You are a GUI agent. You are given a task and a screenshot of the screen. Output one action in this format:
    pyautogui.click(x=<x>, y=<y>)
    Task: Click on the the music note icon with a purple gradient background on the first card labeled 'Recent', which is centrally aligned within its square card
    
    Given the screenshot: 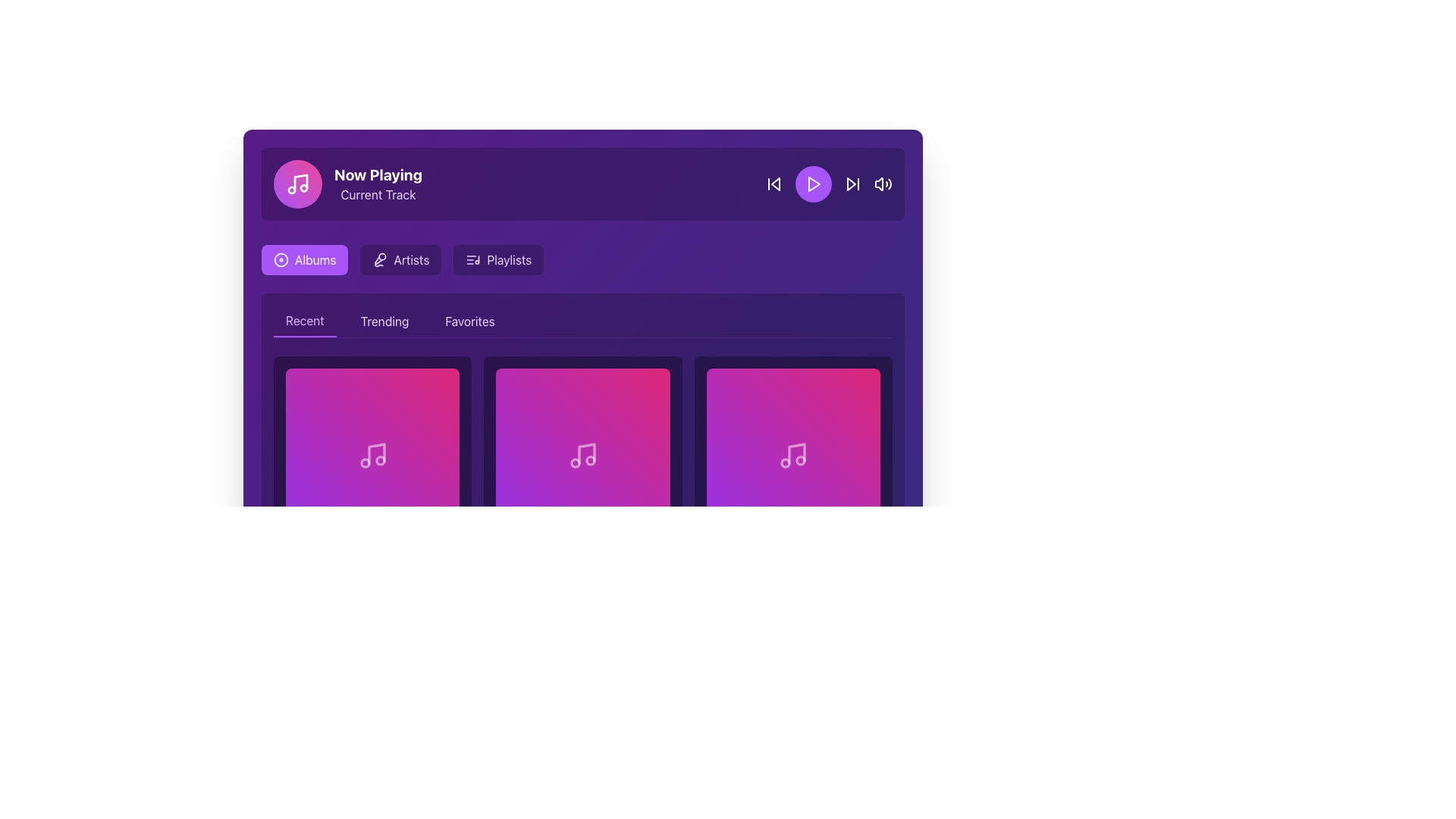 What is the action you would take?
    pyautogui.click(x=372, y=454)
    